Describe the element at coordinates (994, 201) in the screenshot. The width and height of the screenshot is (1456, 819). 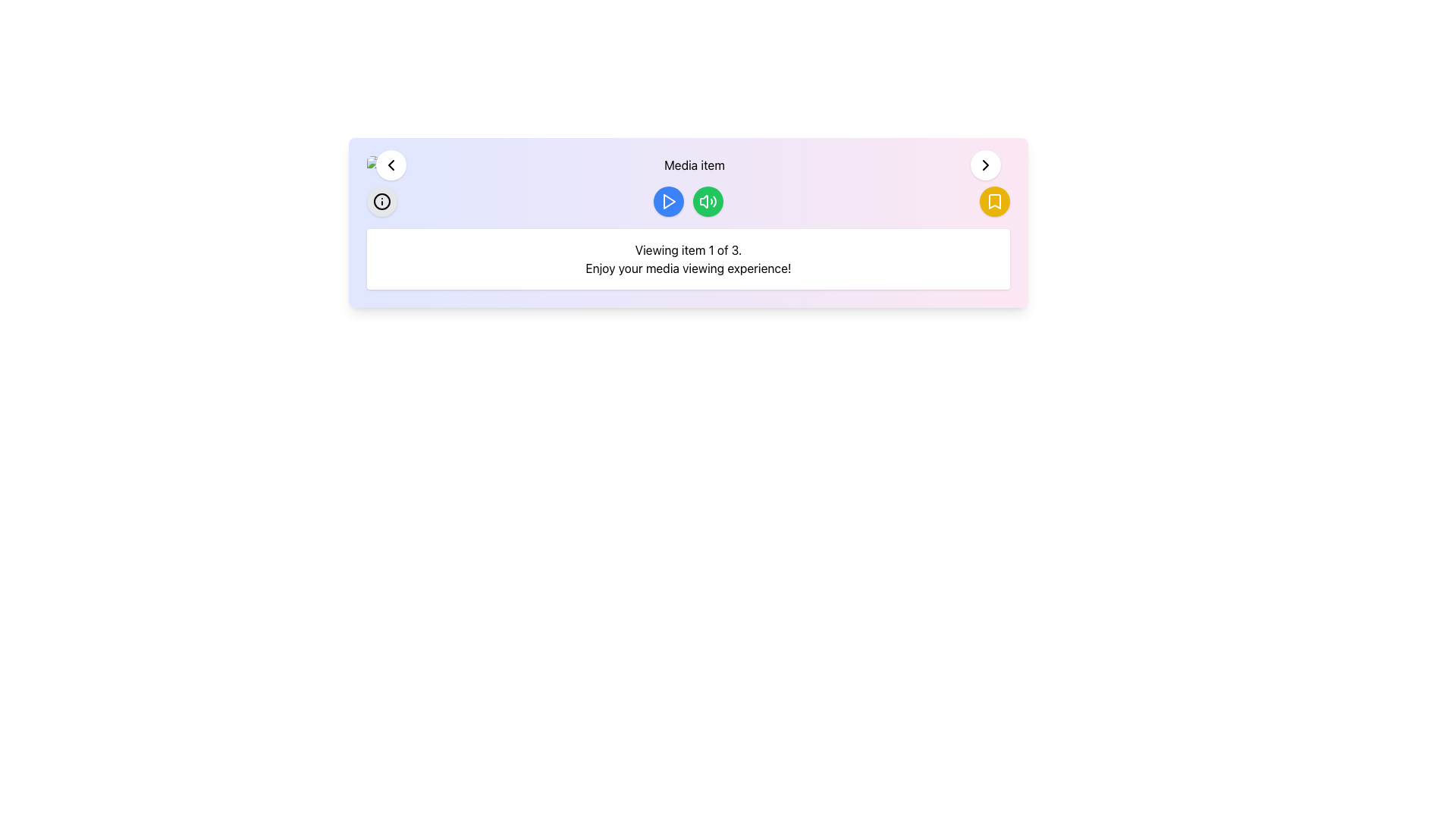
I see `the SVG Icon within the Circular Yellow Button located at the bottom-right corner of the horizontal navigation bar` at that location.